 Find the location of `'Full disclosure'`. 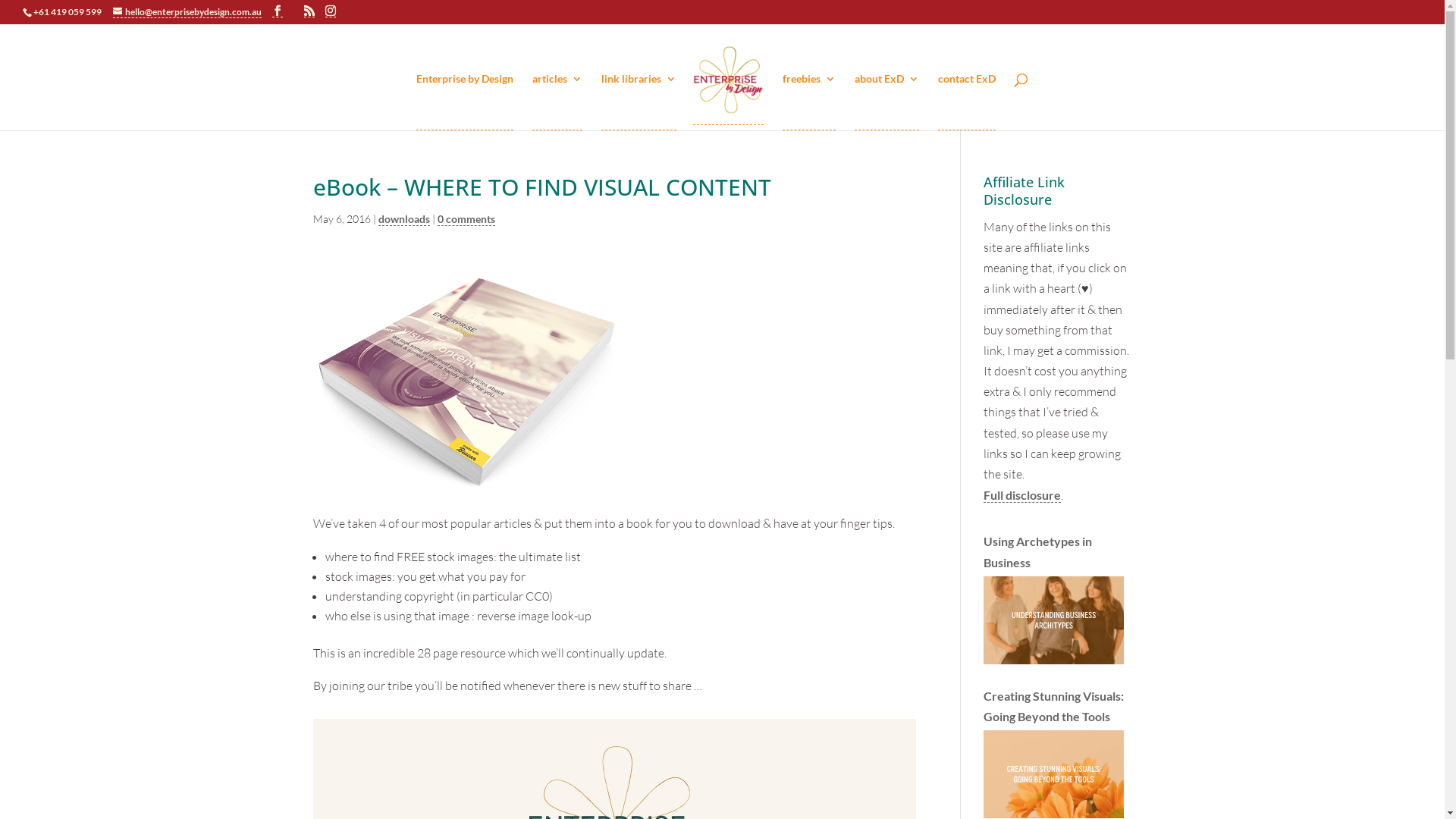

'Full disclosure' is located at coordinates (1022, 494).